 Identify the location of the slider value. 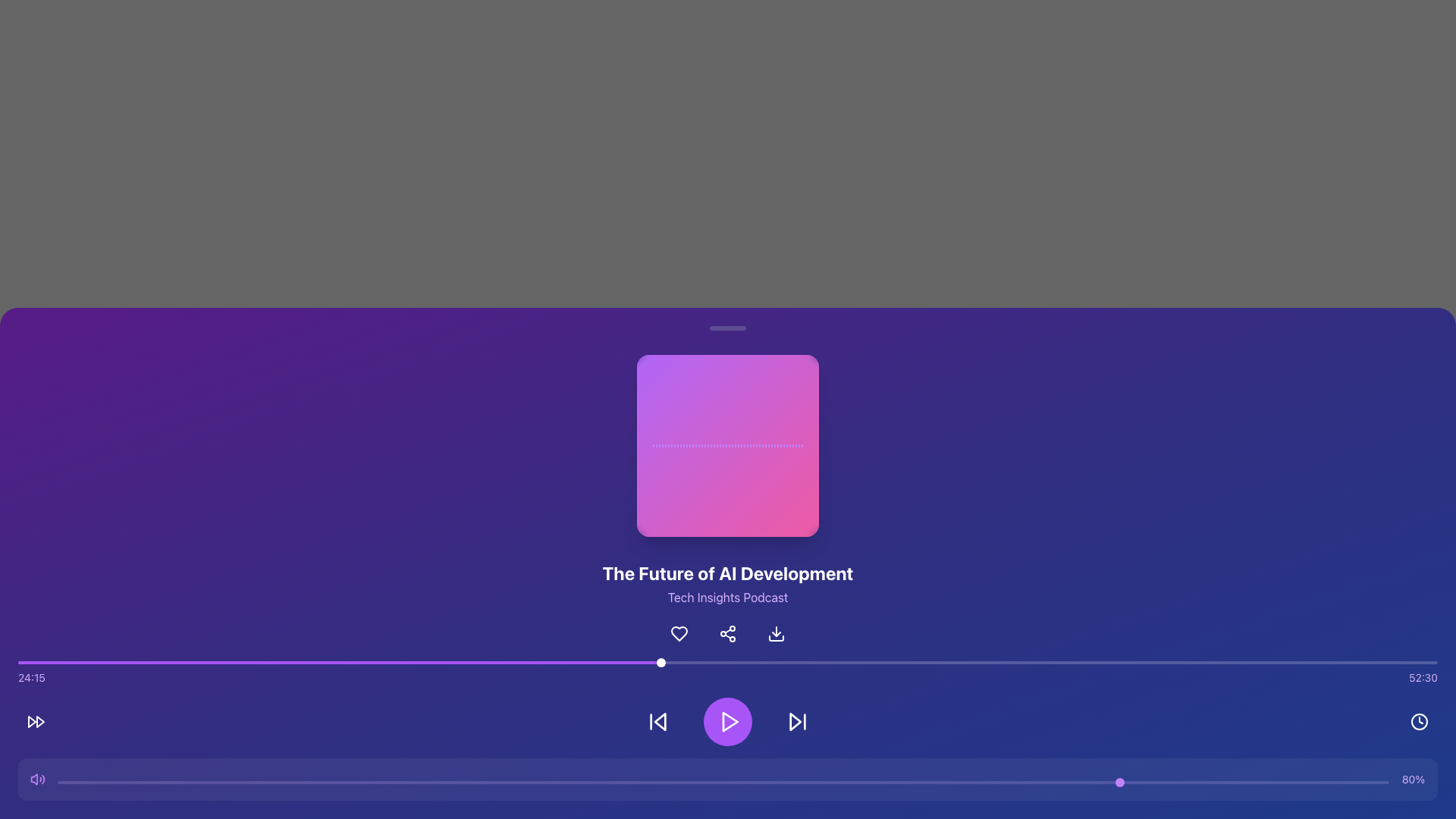
(190, 783).